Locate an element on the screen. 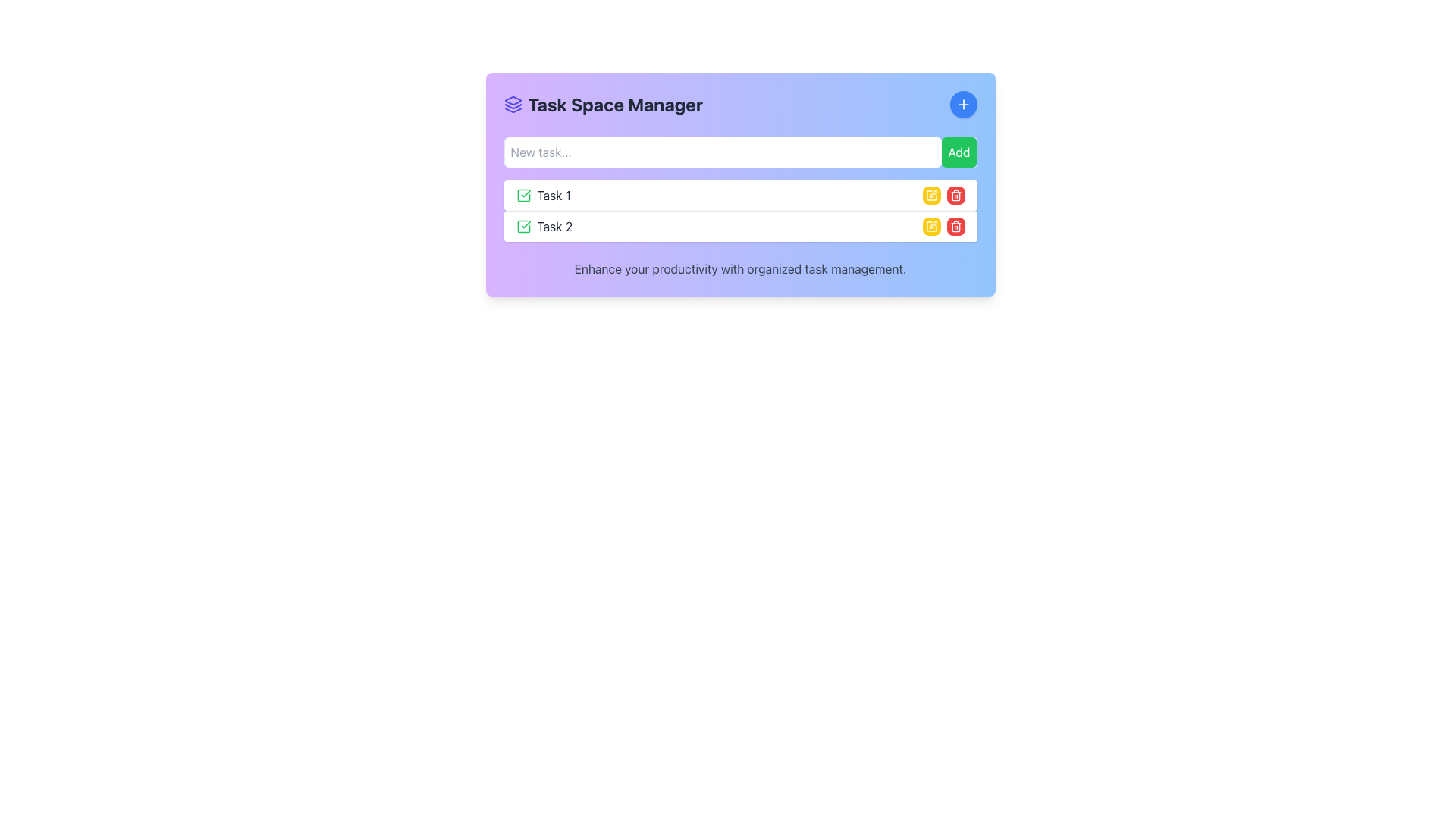 This screenshot has height=819, width=1456. the 'Task Space Manager' title heading, which is a bold, large text component in dark gray color, positioned adjacent to an indigo icon and aligned horizontally with a blue circular button is located at coordinates (602, 104).